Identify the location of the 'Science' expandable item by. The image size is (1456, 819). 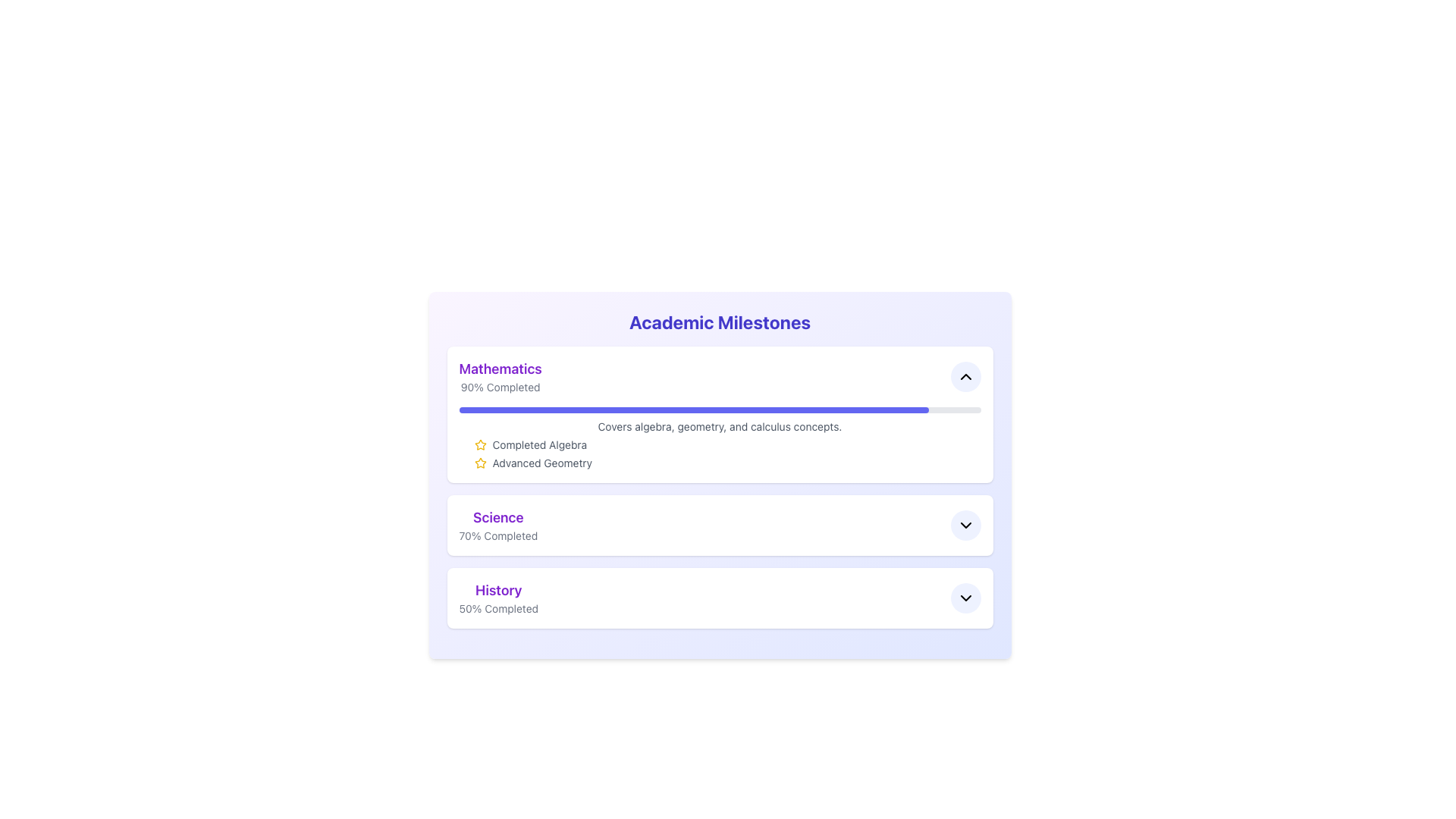
(719, 525).